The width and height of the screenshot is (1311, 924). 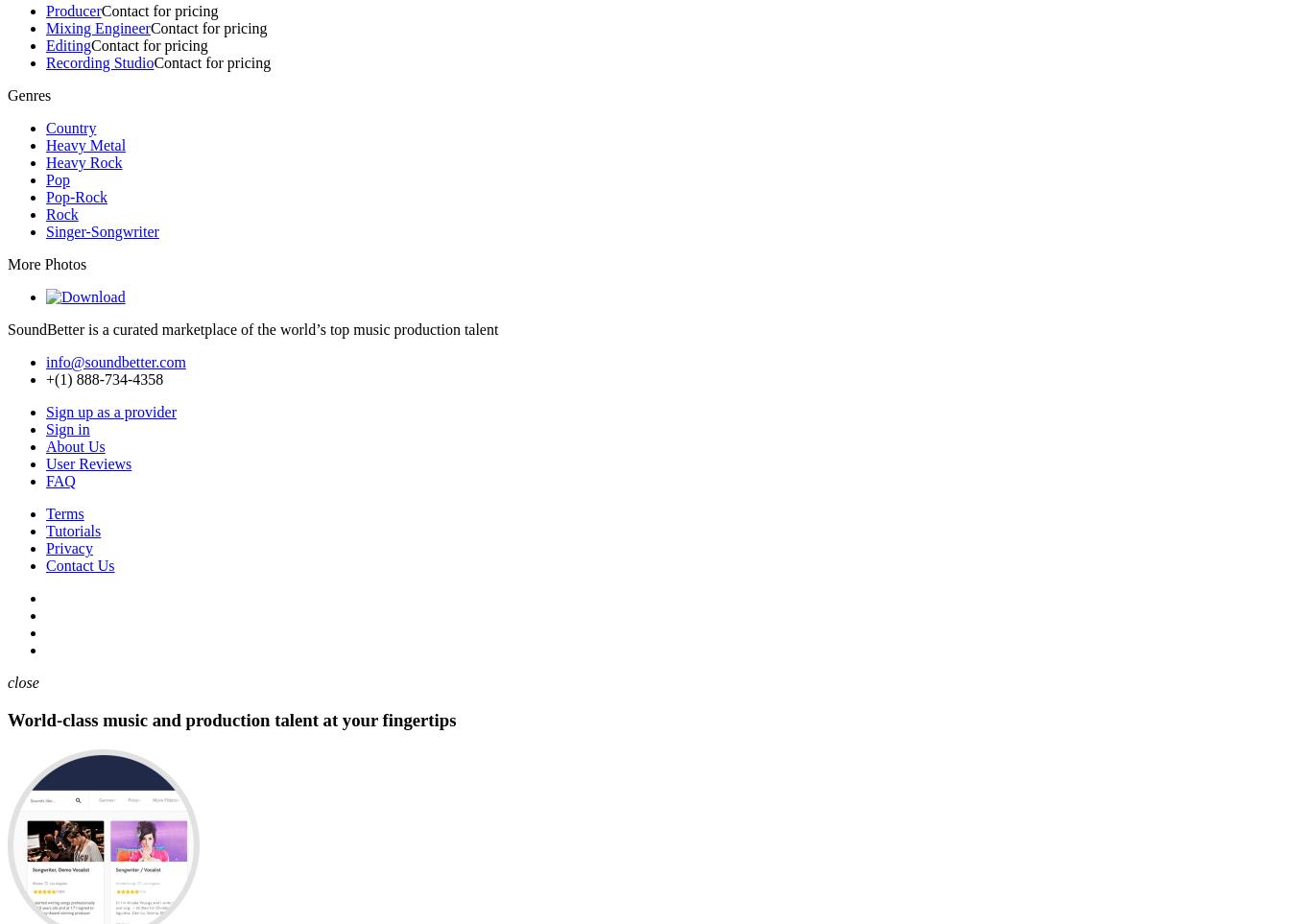 I want to click on 'Heavy Rock', so click(x=83, y=162).